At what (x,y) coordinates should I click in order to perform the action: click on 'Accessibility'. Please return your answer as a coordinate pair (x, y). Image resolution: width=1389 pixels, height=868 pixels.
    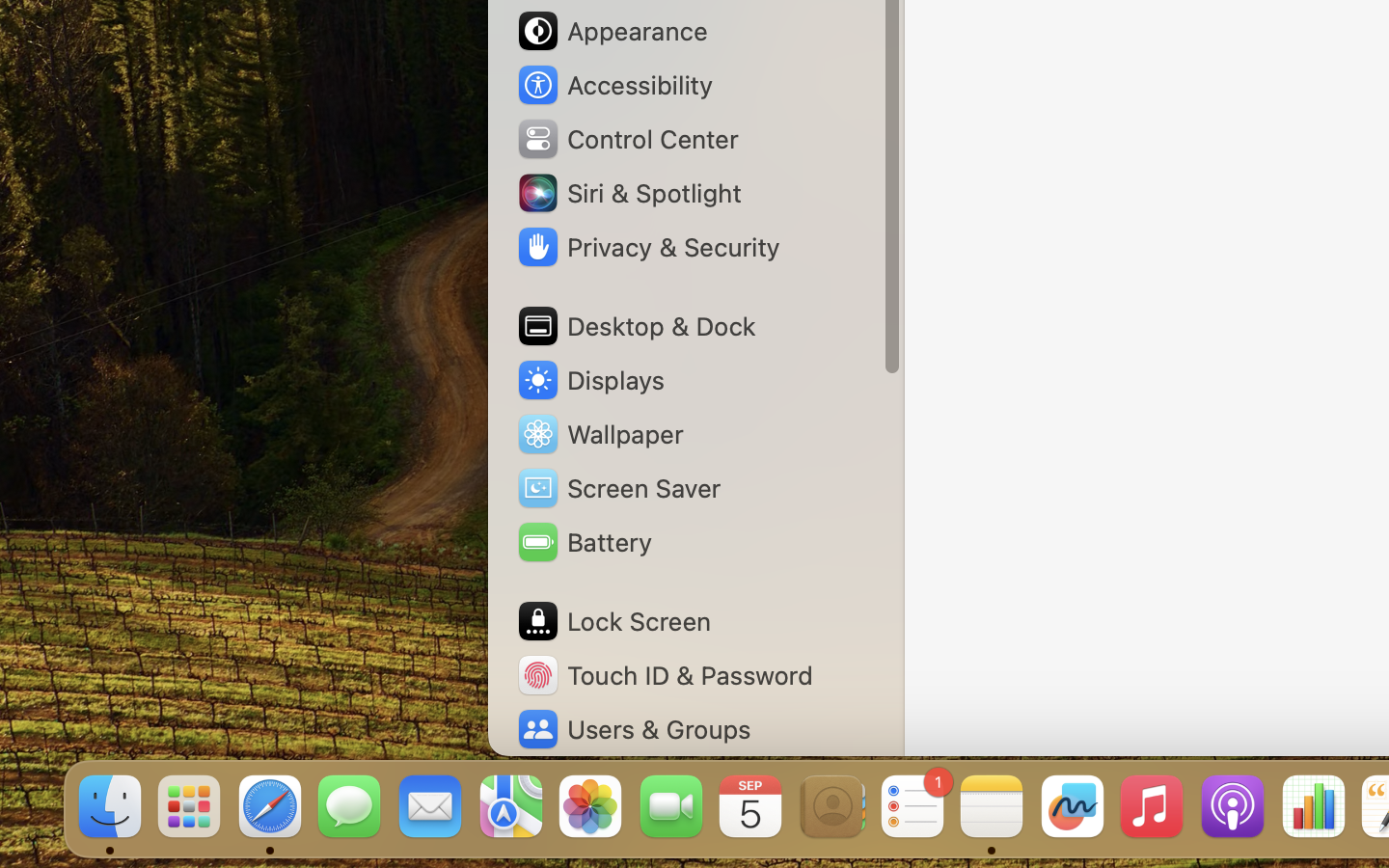
    Looking at the image, I should click on (613, 84).